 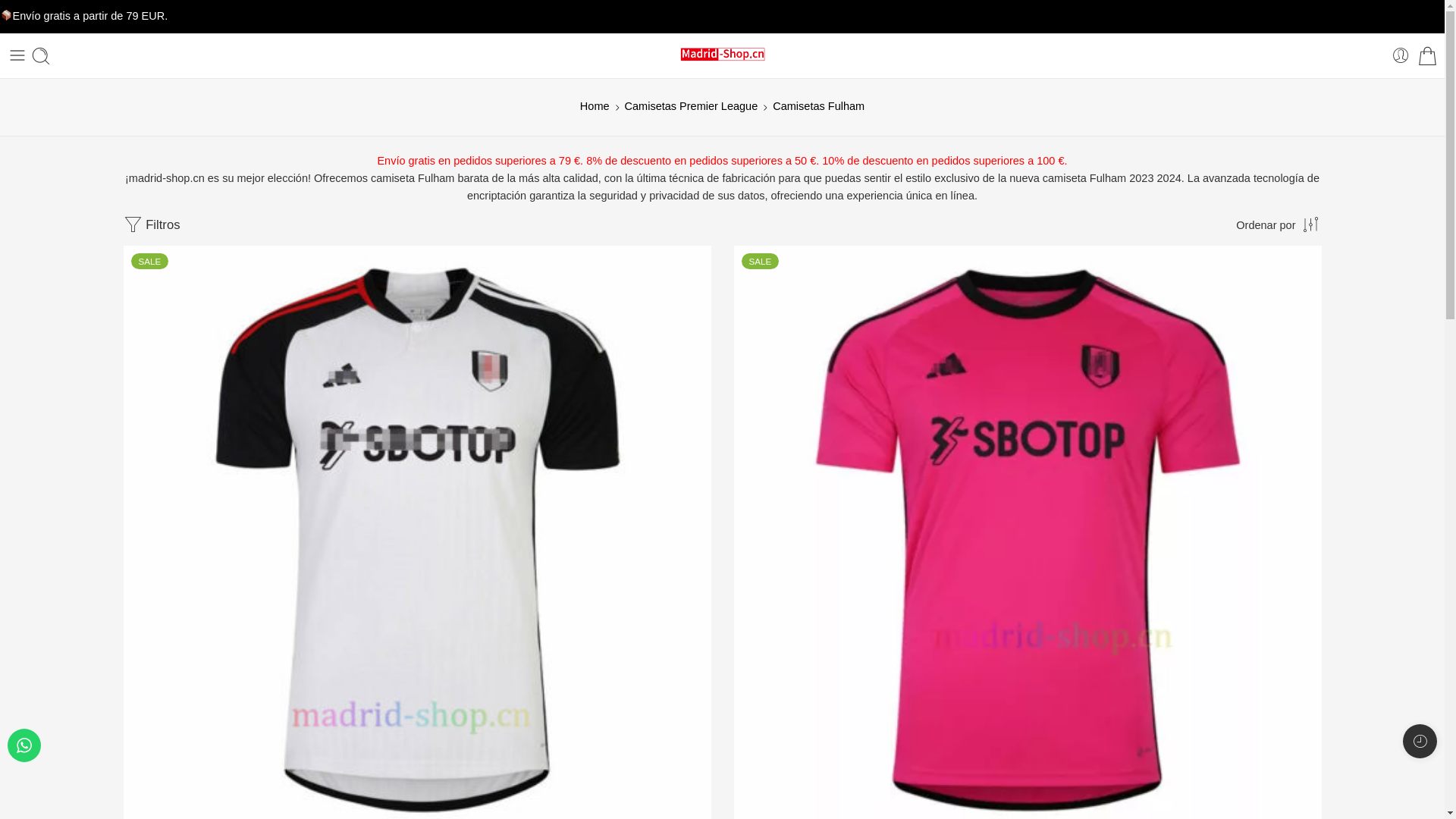 I want to click on 'Camisetas Premier League', so click(x=691, y=105).